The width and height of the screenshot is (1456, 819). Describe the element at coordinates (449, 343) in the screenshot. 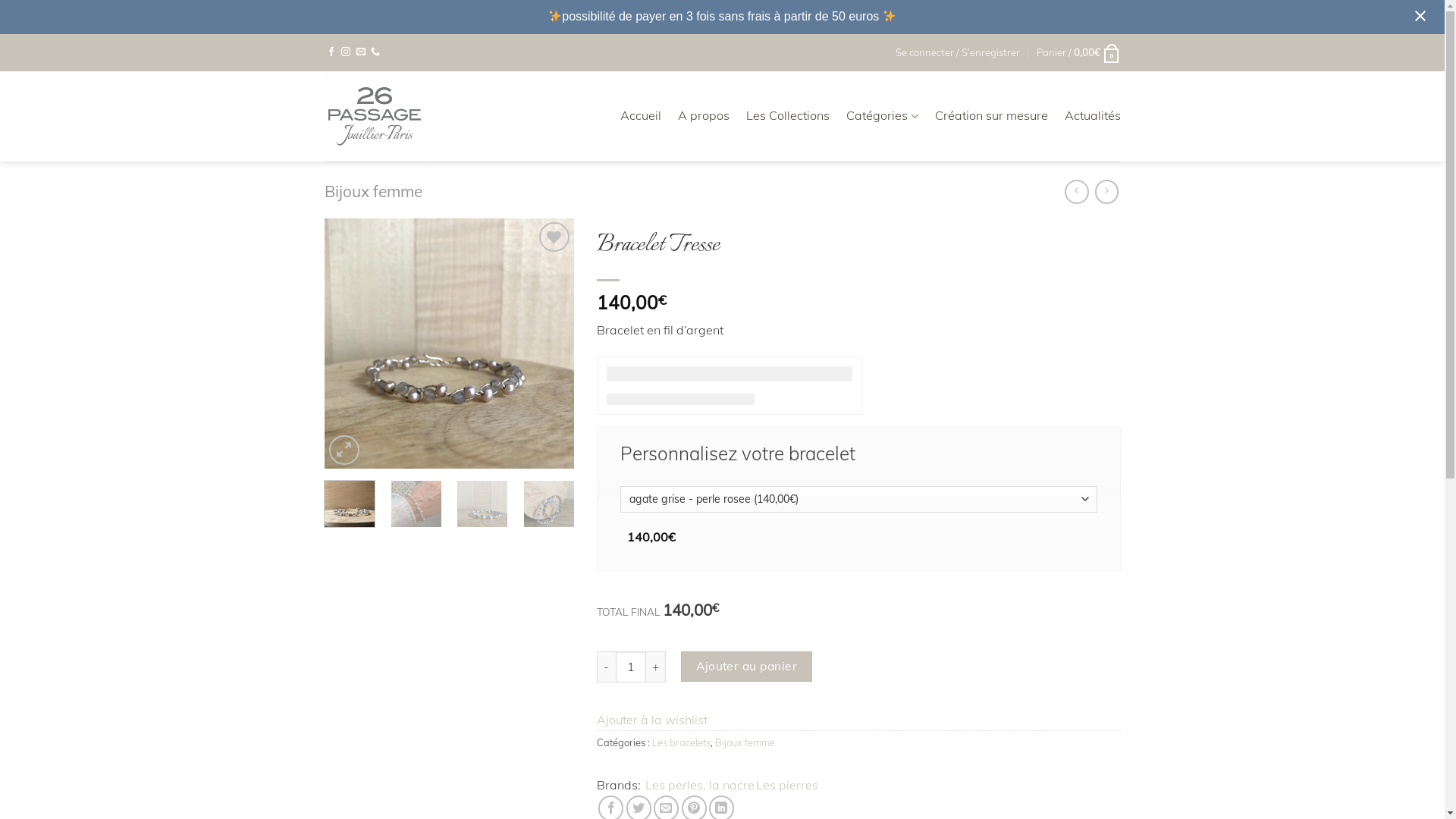

I see `'bracelet argent perles agate grise et rosees'` at that location.